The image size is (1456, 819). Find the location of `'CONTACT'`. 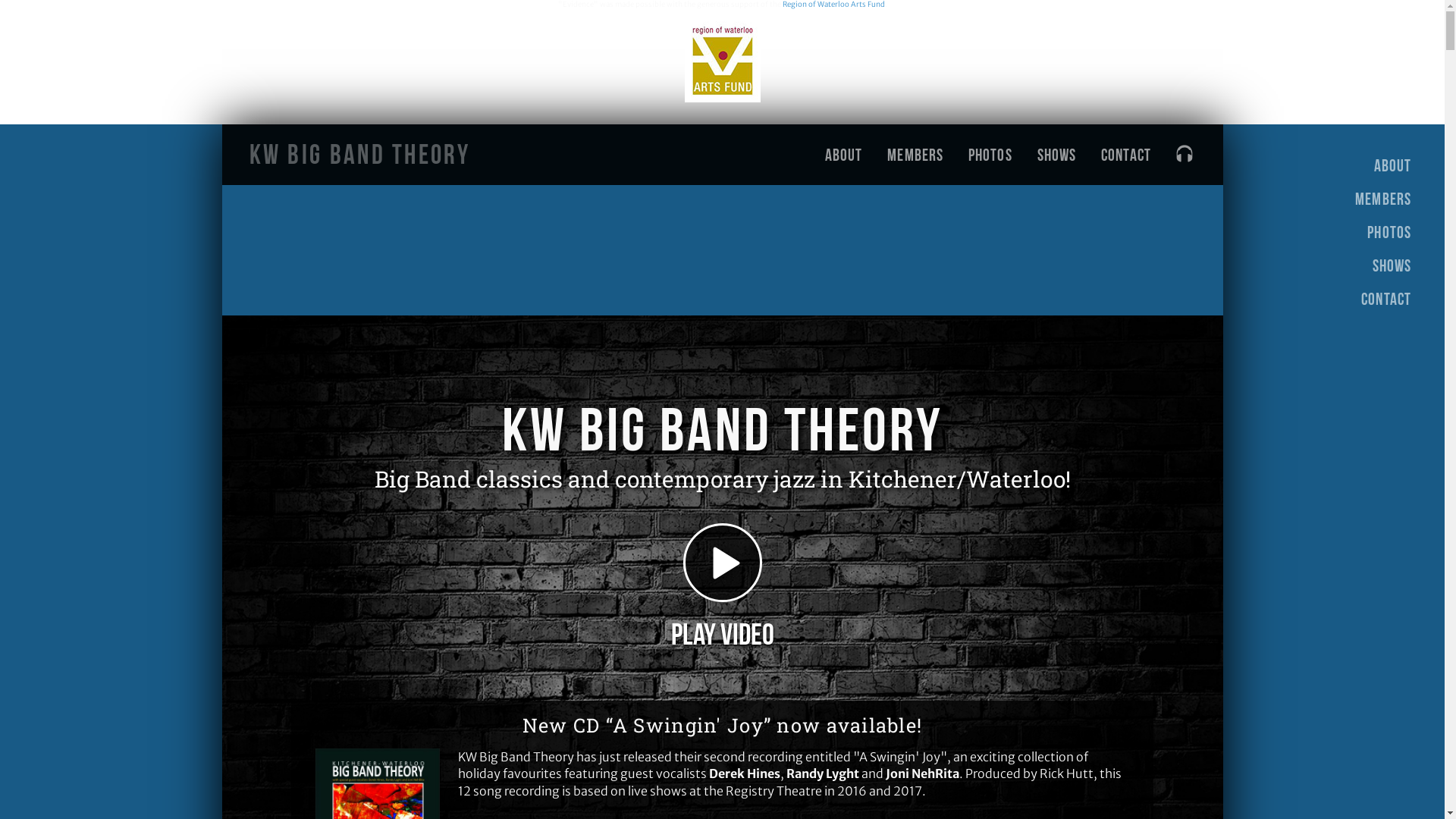

'CONTACT' is located at coordinates (1343, 298).